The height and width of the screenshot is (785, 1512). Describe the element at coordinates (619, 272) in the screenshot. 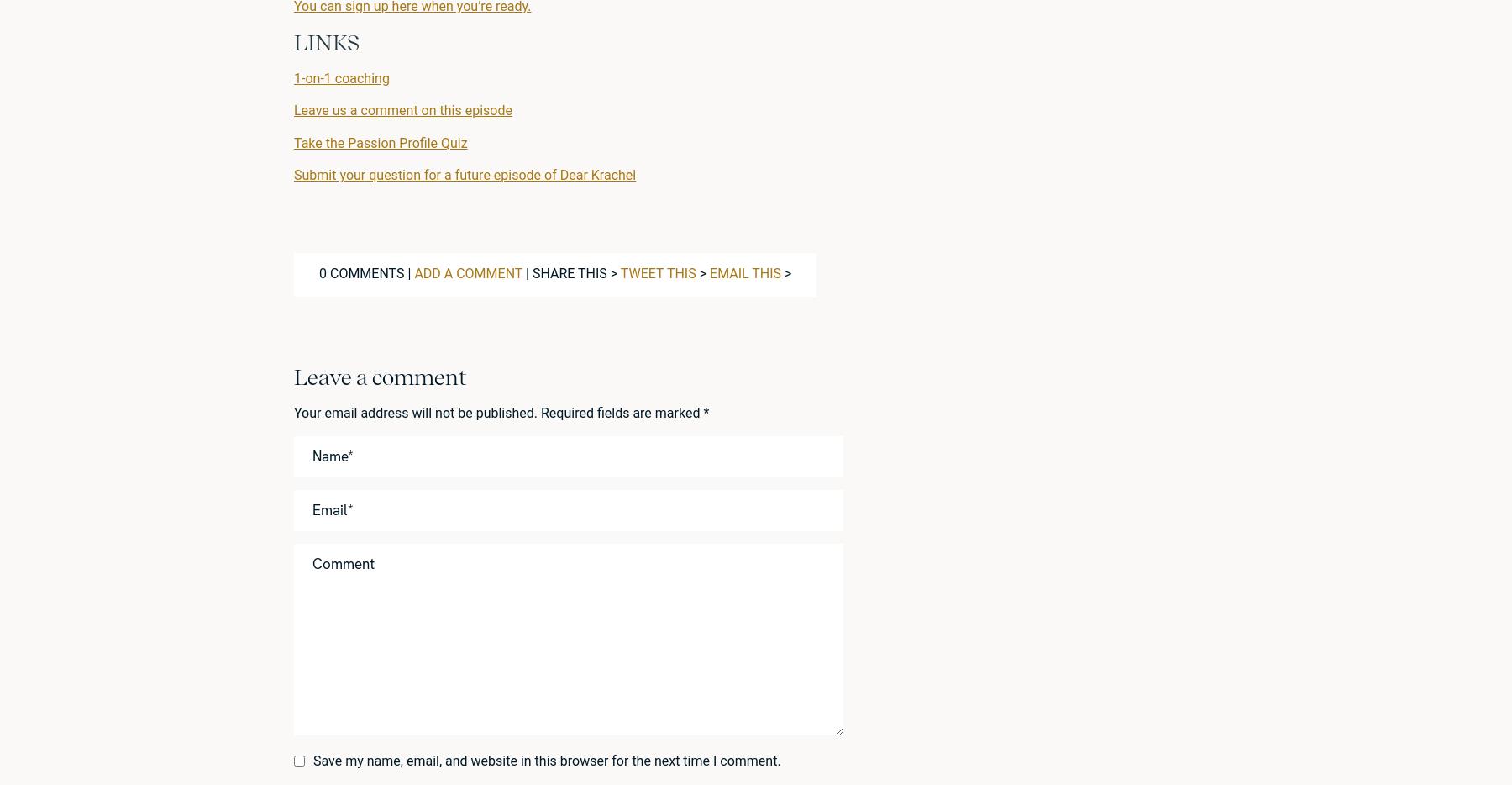

I see `'Tweet this'` at that location.